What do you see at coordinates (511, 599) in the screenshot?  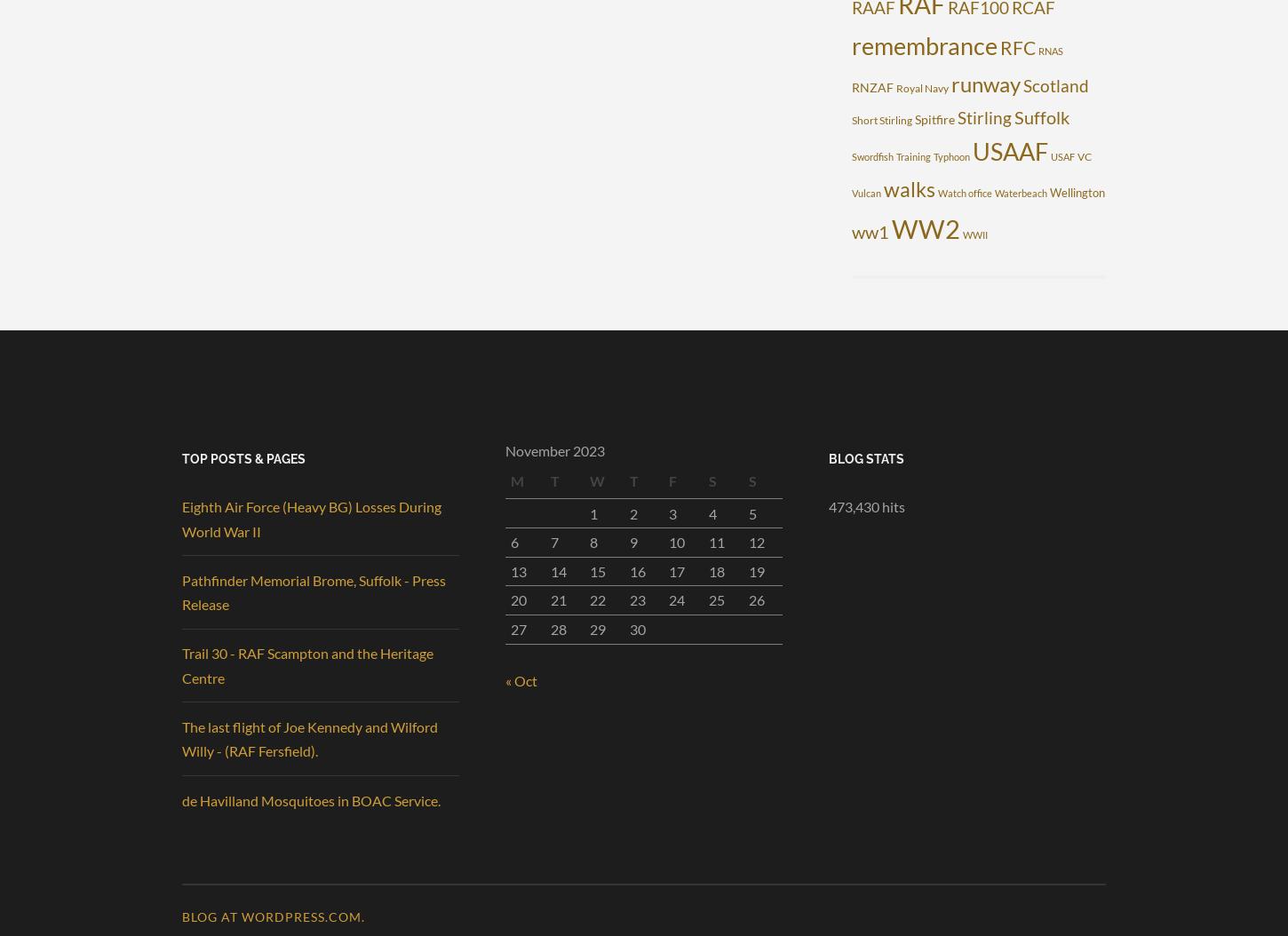 I see `'20'` at bounding box center [511, 599].